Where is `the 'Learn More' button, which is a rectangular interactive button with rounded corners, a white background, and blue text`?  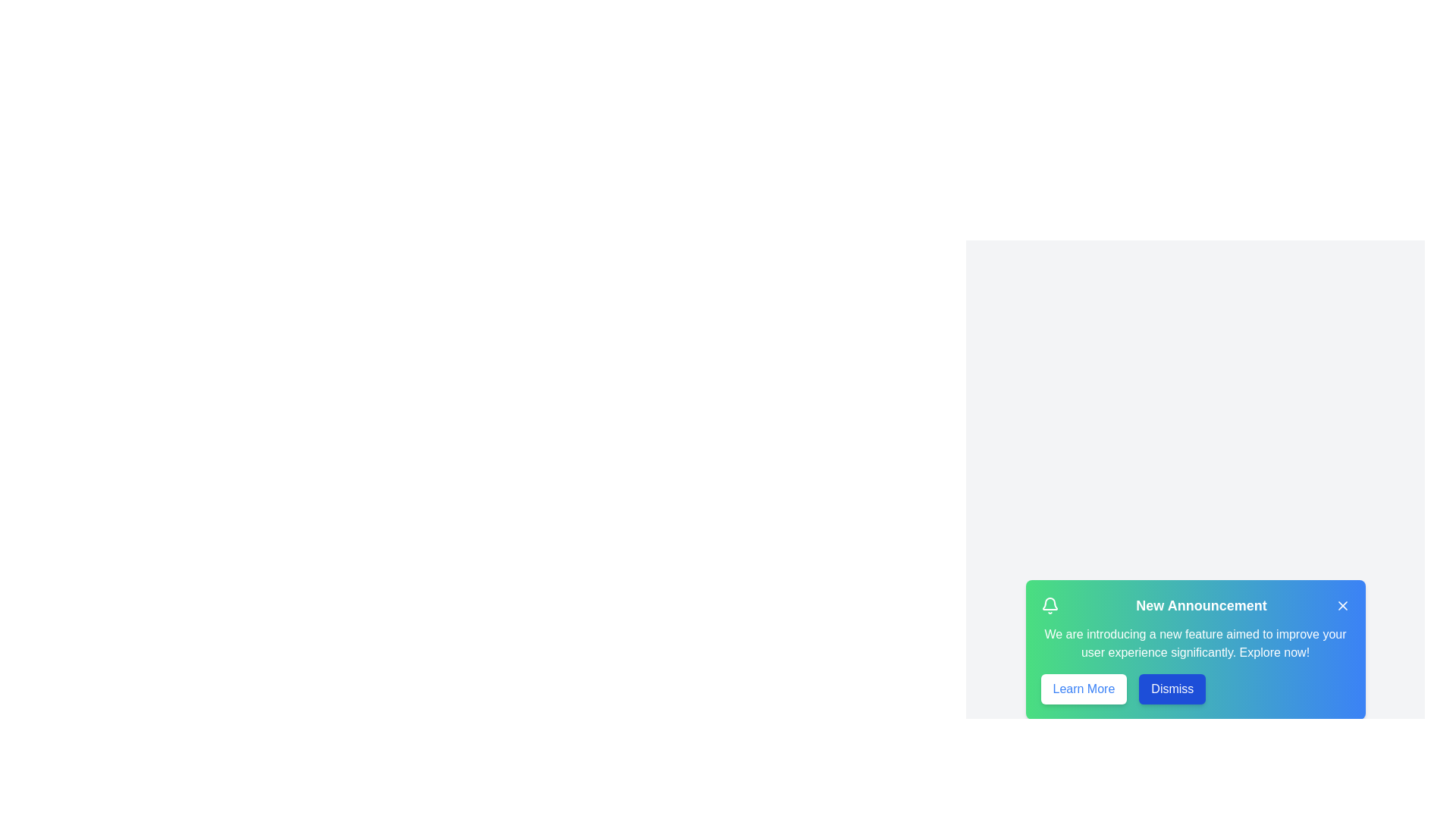
the 'Learn More' button, which is a rectangular interactive button with rounded corners, a white background, and blue text is located at coordinates (1083, 689).